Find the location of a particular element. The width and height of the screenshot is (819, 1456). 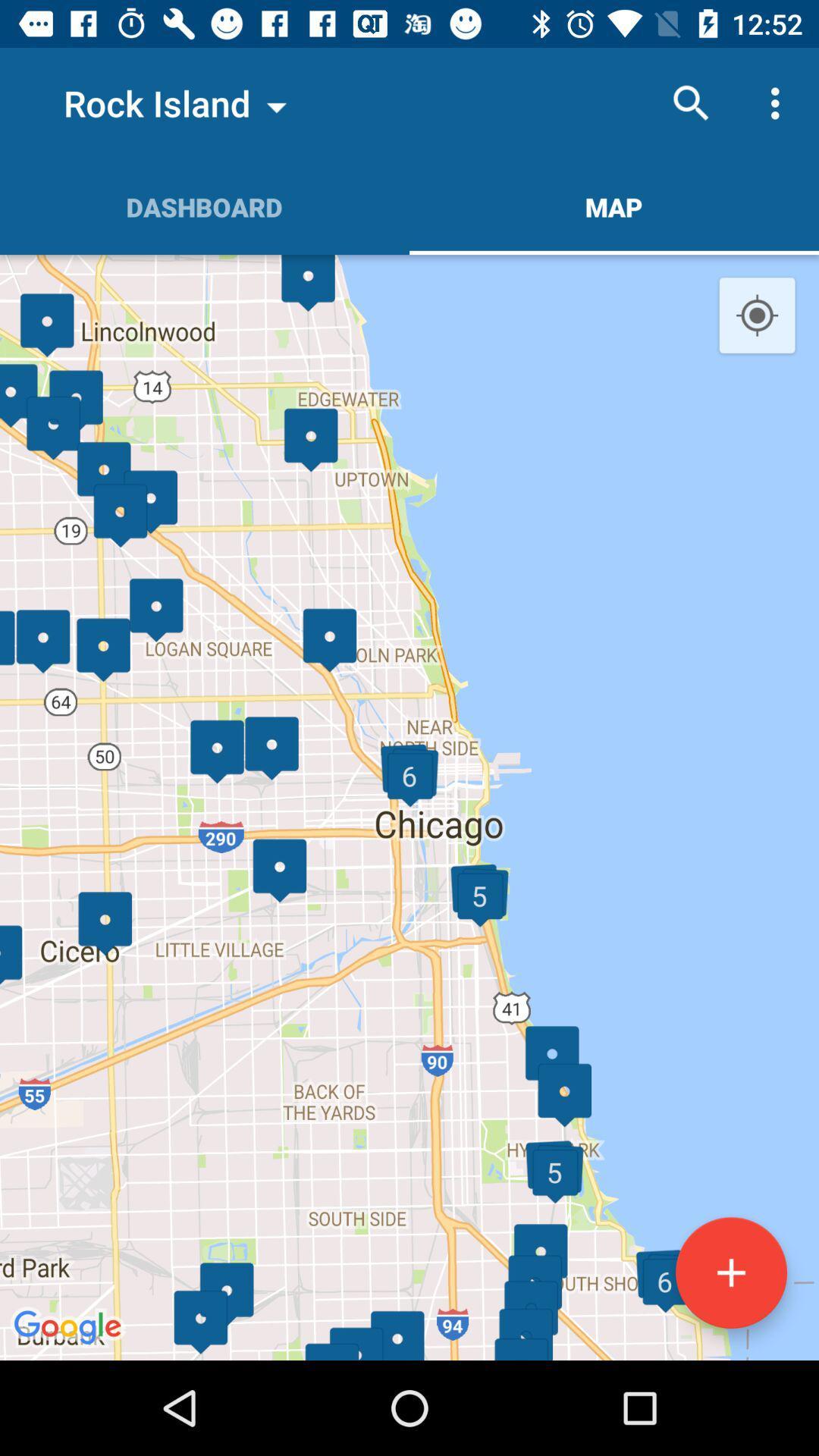

icon to the right of the rock island item is located at coordinates (691, 102).